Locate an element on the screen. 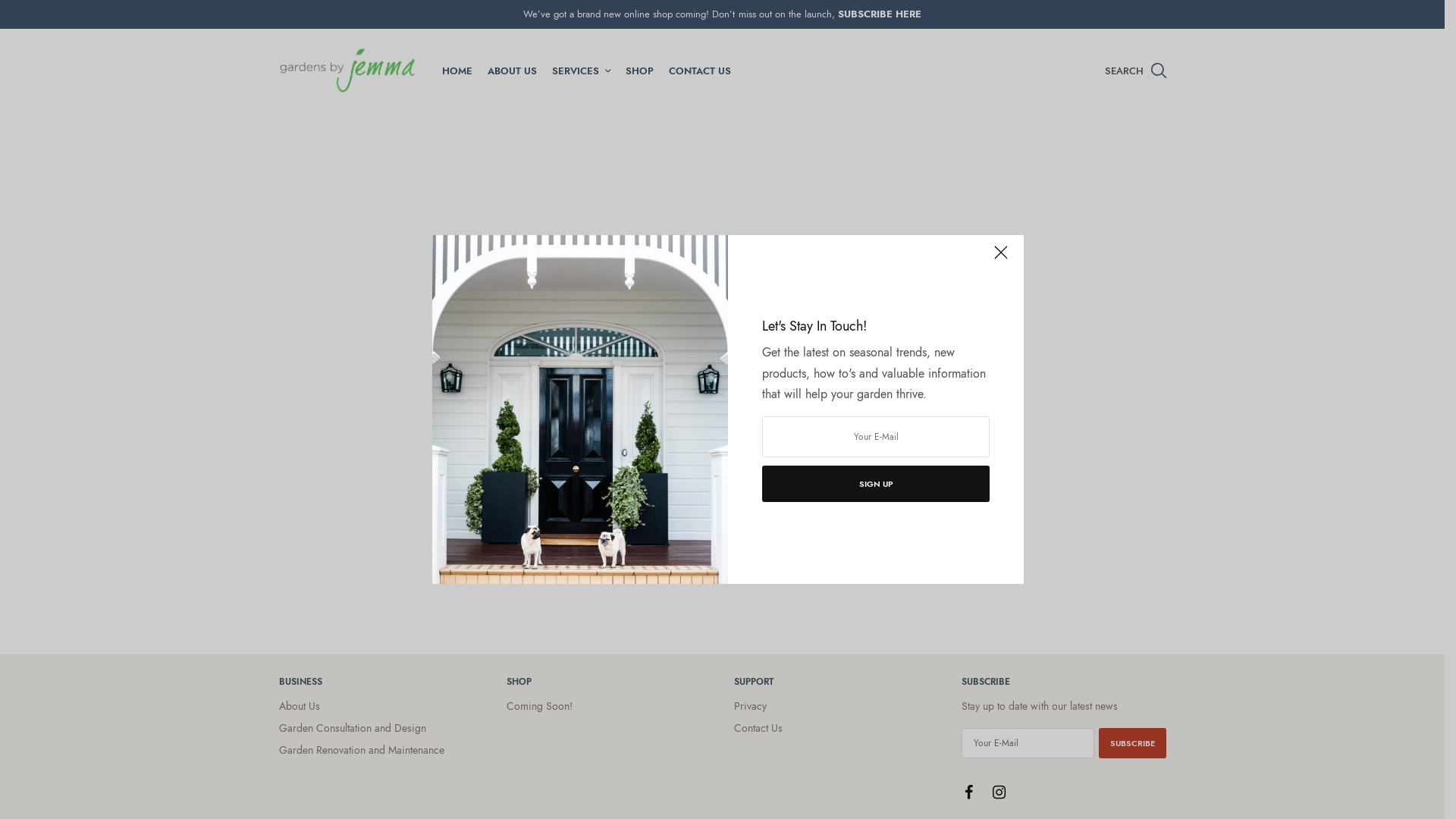 Image resolution: width=1456 pixels, height=819 pixels. 'SUBSCRIBE' is located at coordinates (1131, 742).